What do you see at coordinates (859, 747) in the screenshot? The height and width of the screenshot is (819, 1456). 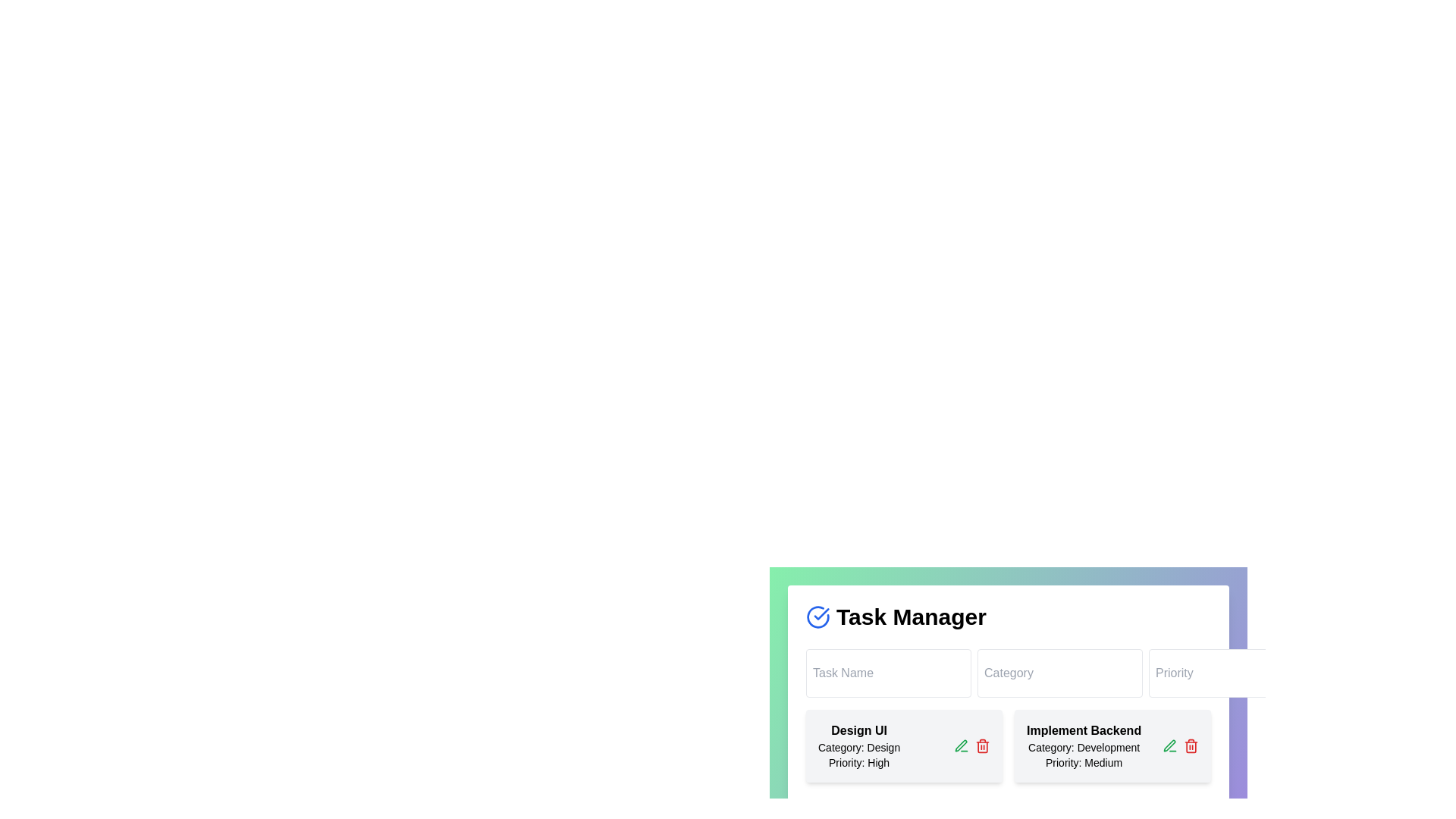 I see `the static text label that categorizes the task as 'Design' for the 'Design UI' task` at bounding box center [859, 747].